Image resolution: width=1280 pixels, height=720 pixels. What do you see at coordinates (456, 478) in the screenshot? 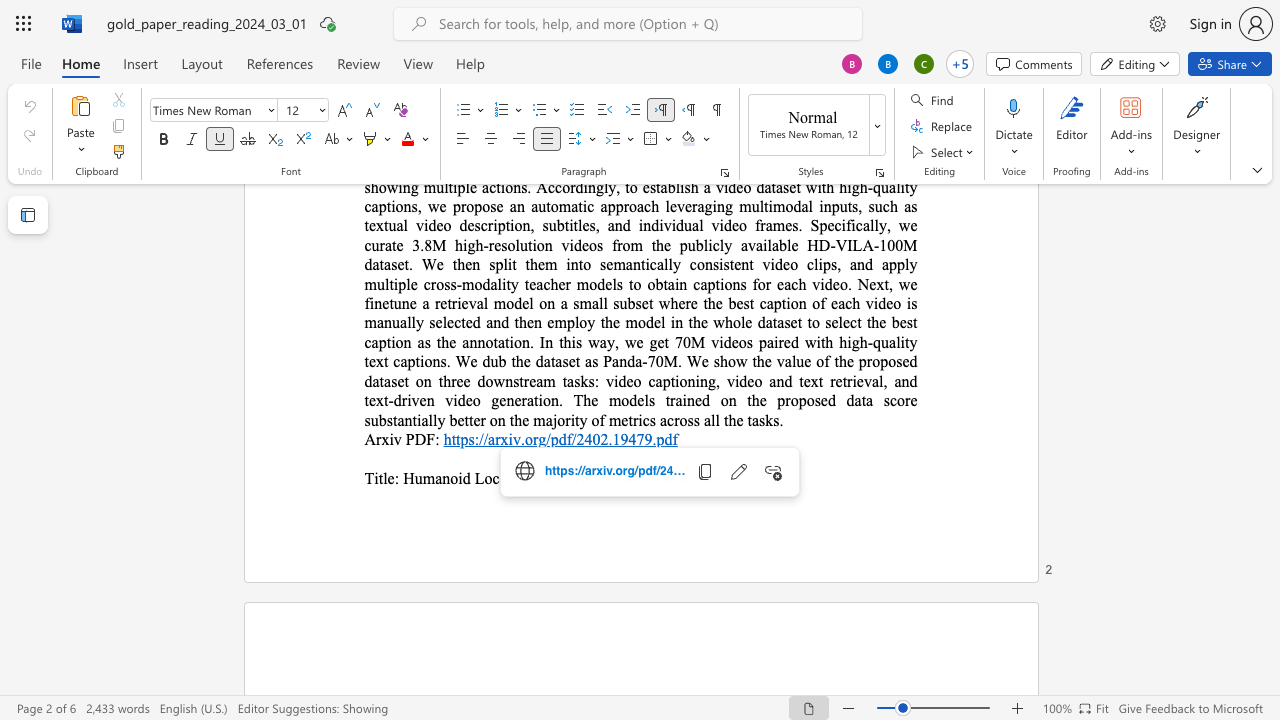
I see `the space between the continuous character "o" and "i" in the text` at bounding box center [456, 478].